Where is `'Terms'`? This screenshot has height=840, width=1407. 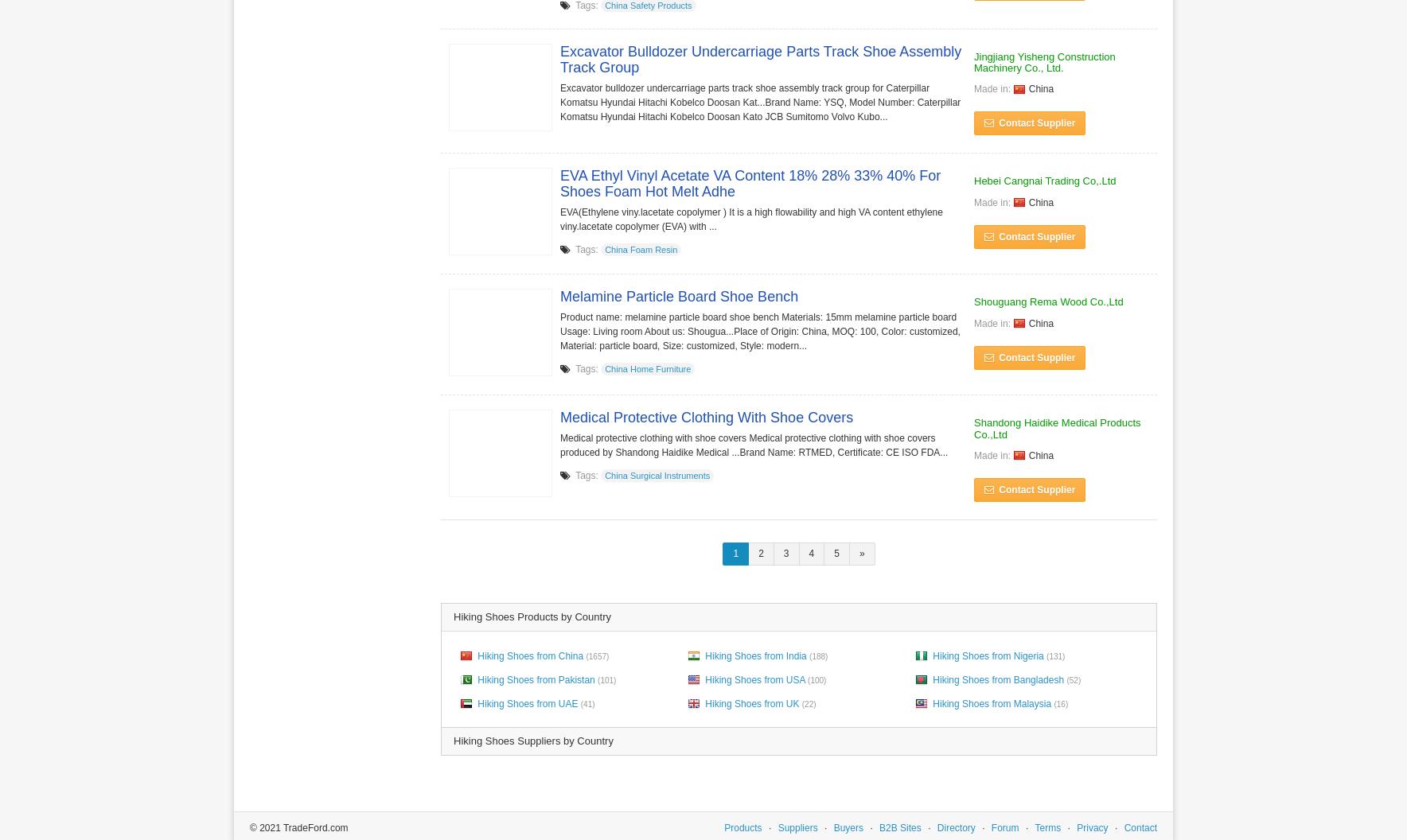 'Terms' is located at coordinates (1047, 826).